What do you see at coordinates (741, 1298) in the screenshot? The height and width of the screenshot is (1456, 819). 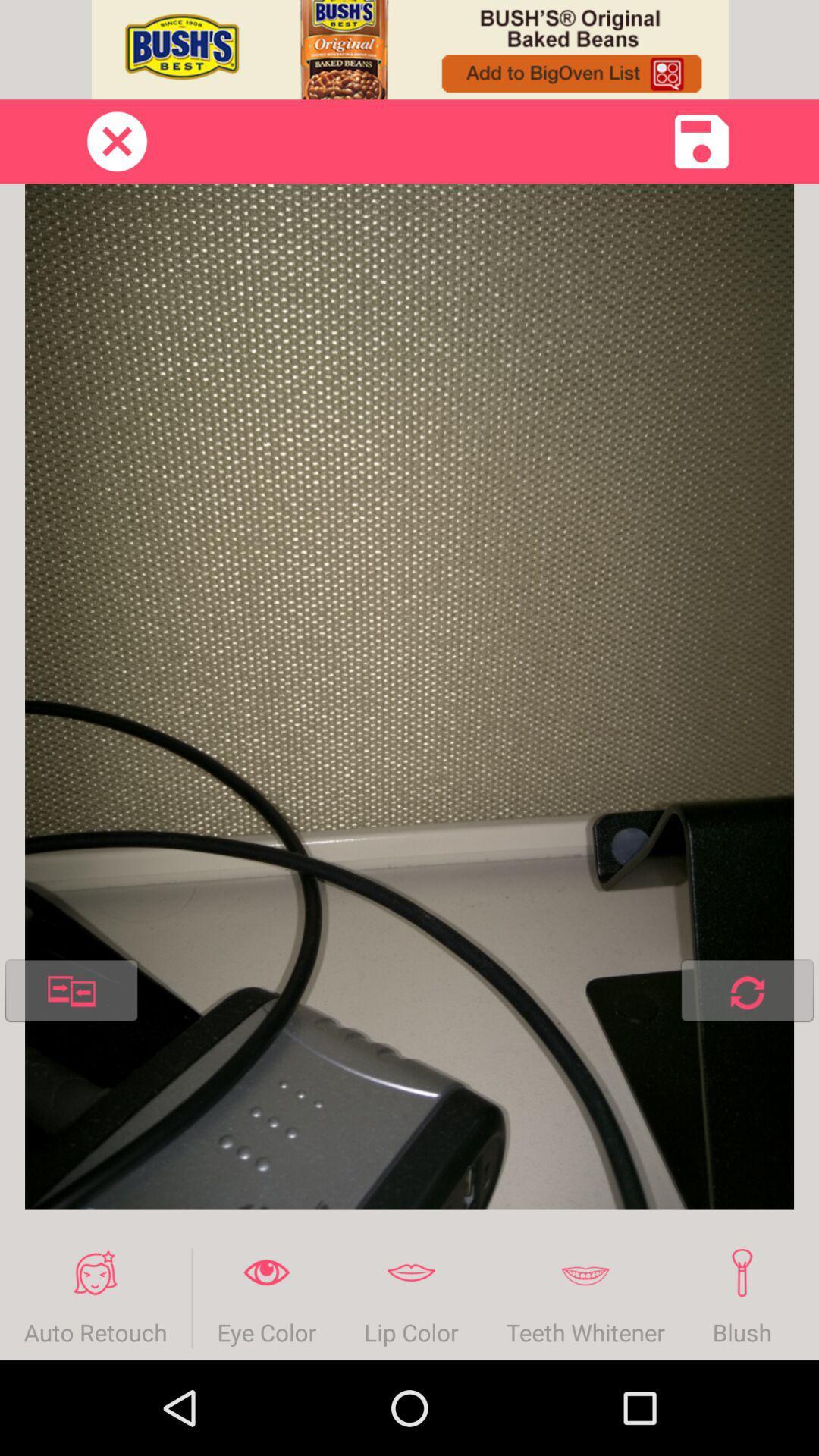 I see `item next to teeth whitener icon` at bounding box center [741, 1298].